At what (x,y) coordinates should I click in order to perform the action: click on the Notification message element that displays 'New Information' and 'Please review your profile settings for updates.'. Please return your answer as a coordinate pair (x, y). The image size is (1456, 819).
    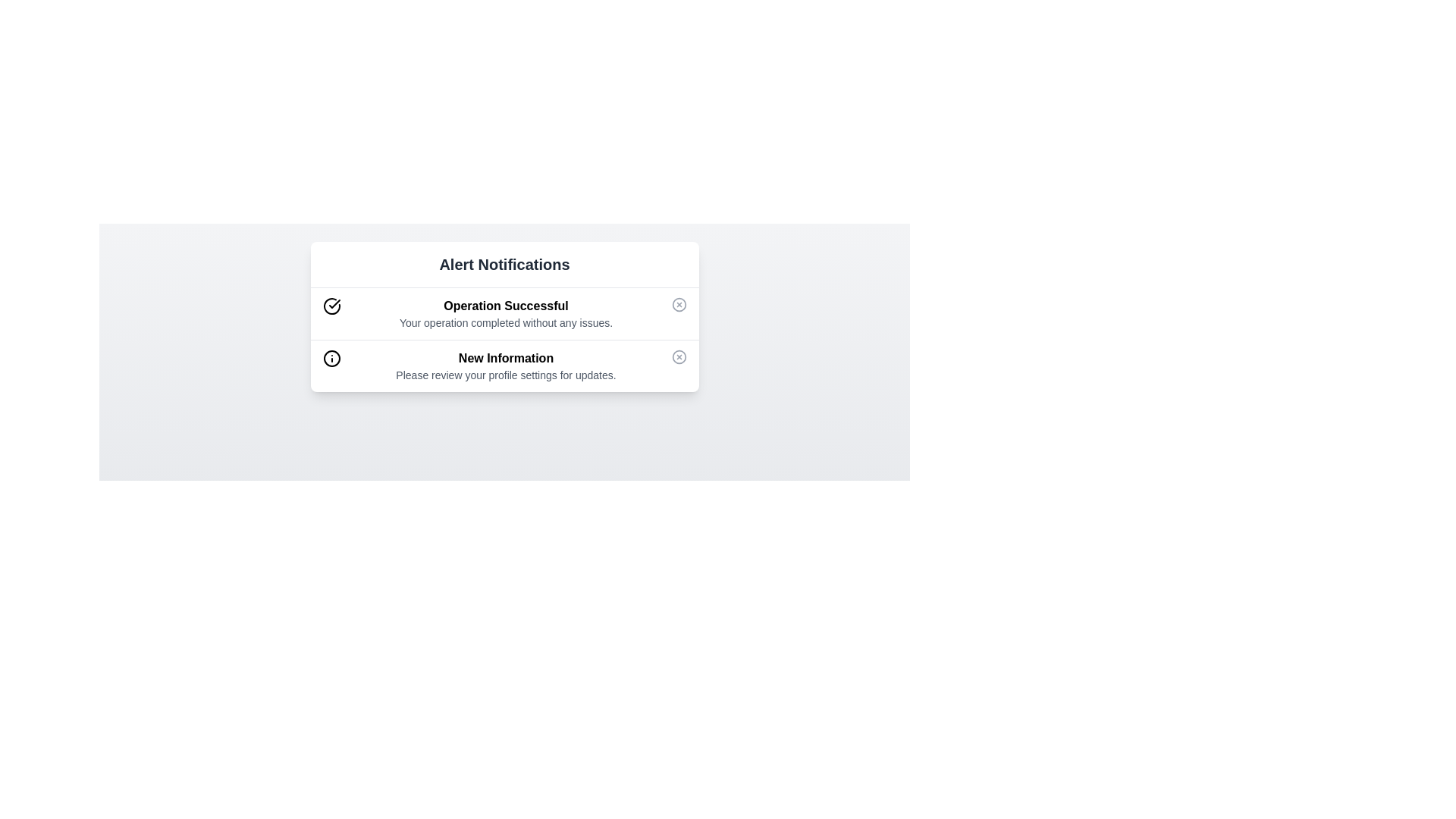
    Looking at the image, I should click on (506, 366).